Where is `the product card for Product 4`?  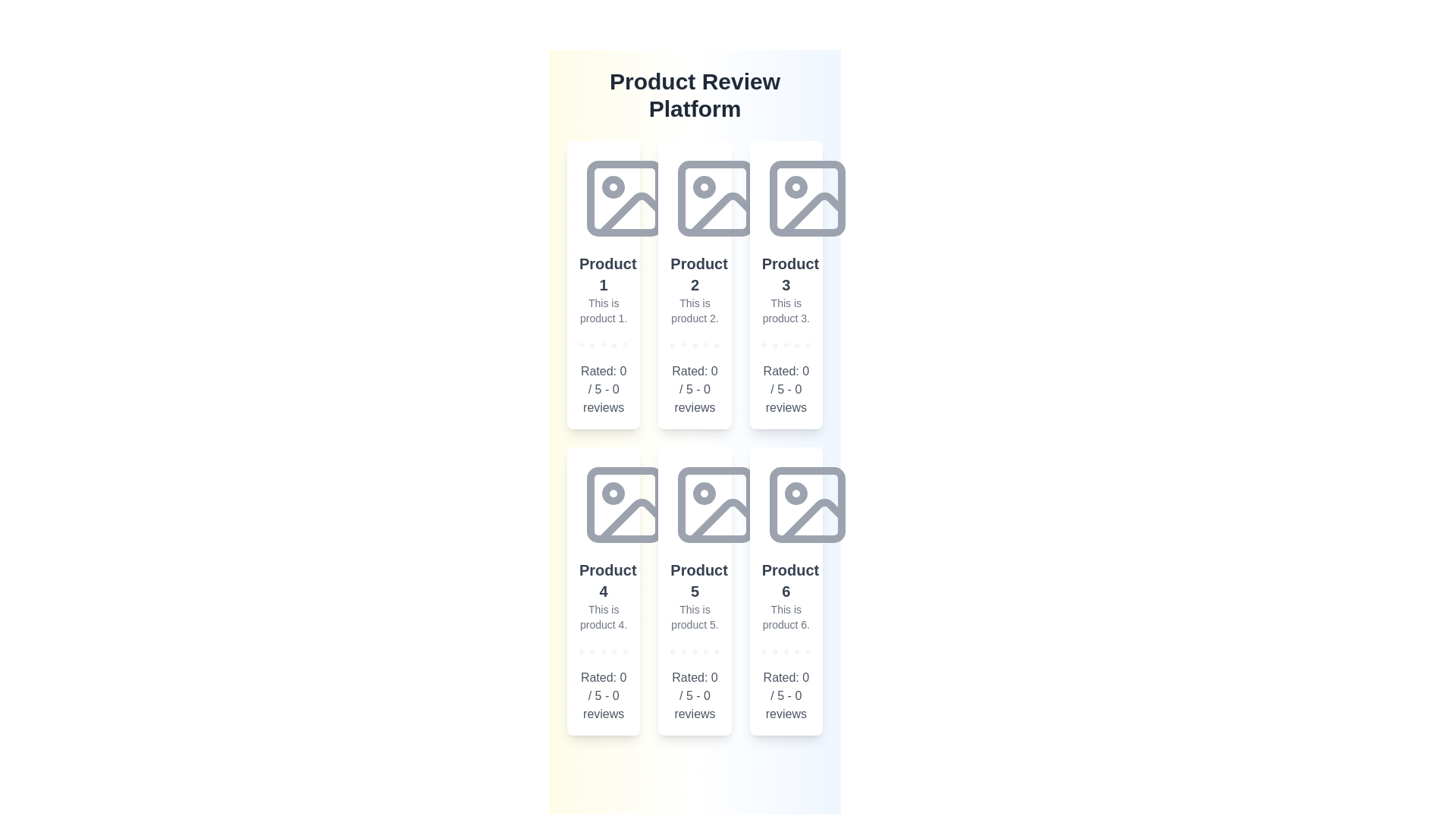 the product card for Product 4 is located at coordinates (603, 590).